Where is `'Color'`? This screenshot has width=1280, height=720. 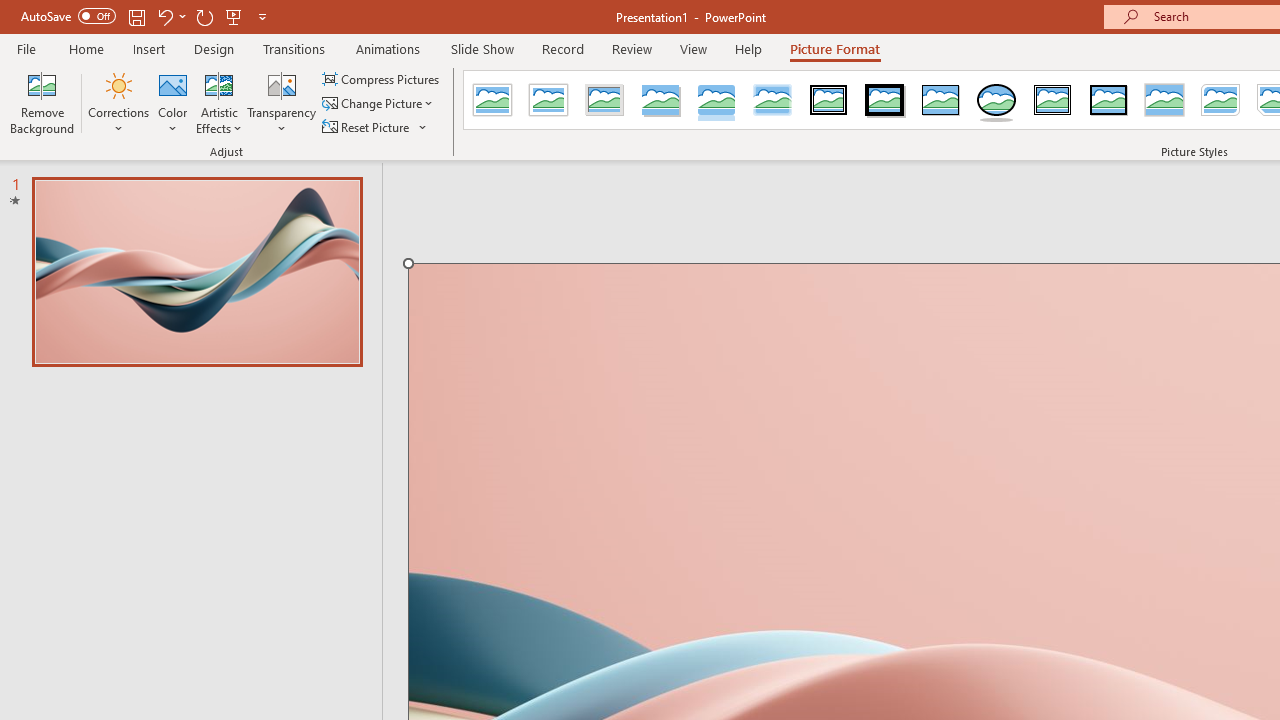
'Color' is located at coordinates (173, 103).